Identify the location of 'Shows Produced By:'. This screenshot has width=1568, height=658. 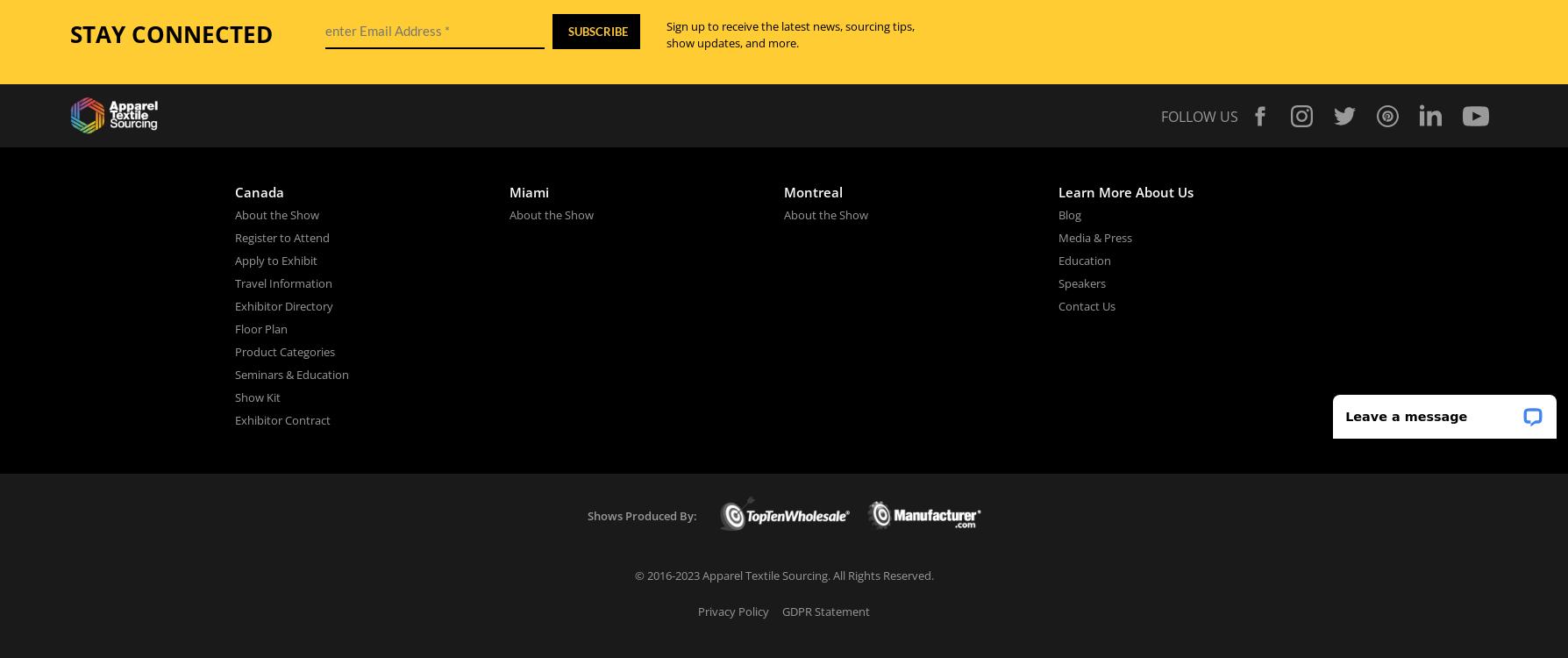
(640, 514).